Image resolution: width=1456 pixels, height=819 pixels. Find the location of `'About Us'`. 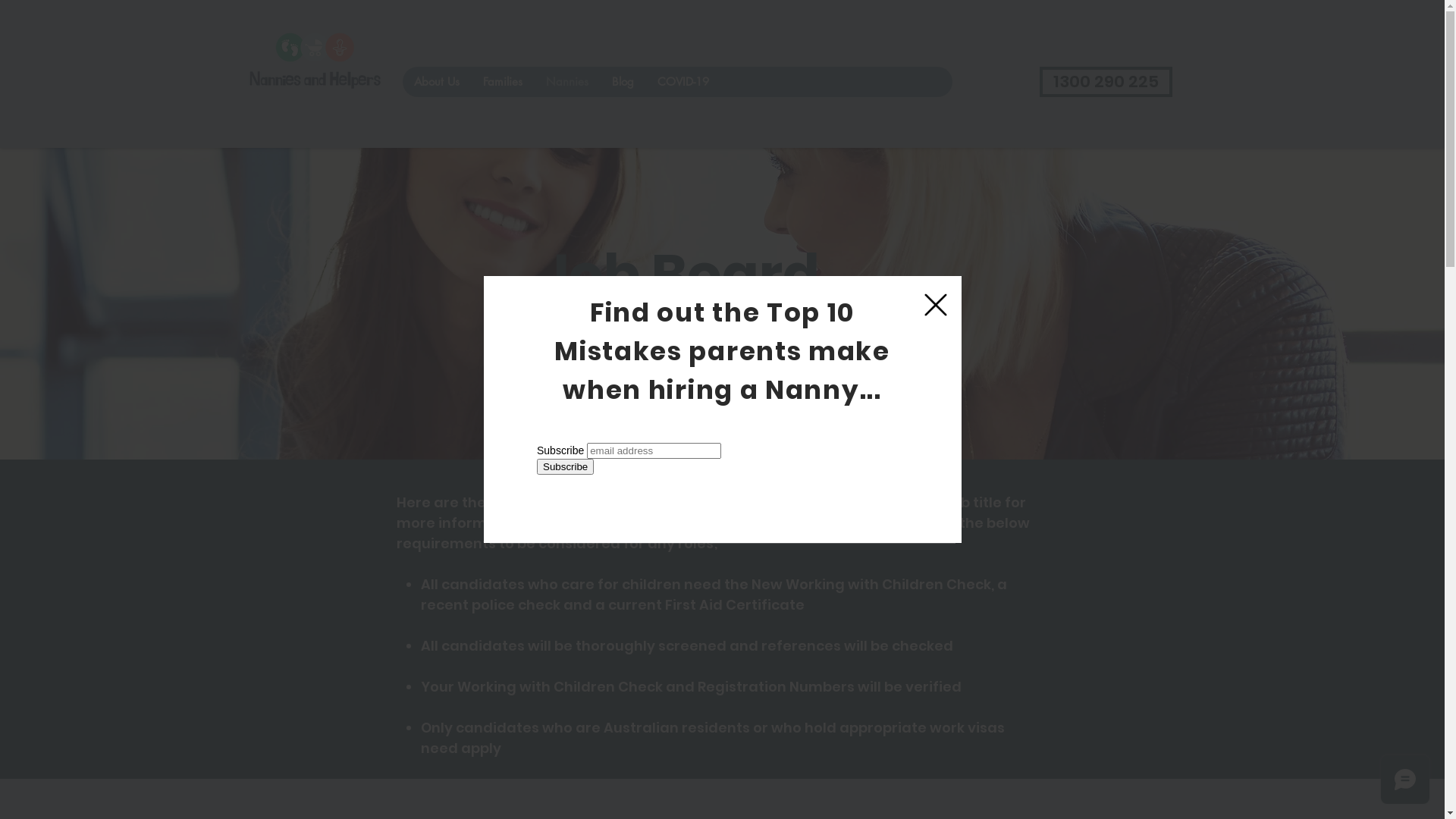

'About Us' is located at coordinates (435, 82).